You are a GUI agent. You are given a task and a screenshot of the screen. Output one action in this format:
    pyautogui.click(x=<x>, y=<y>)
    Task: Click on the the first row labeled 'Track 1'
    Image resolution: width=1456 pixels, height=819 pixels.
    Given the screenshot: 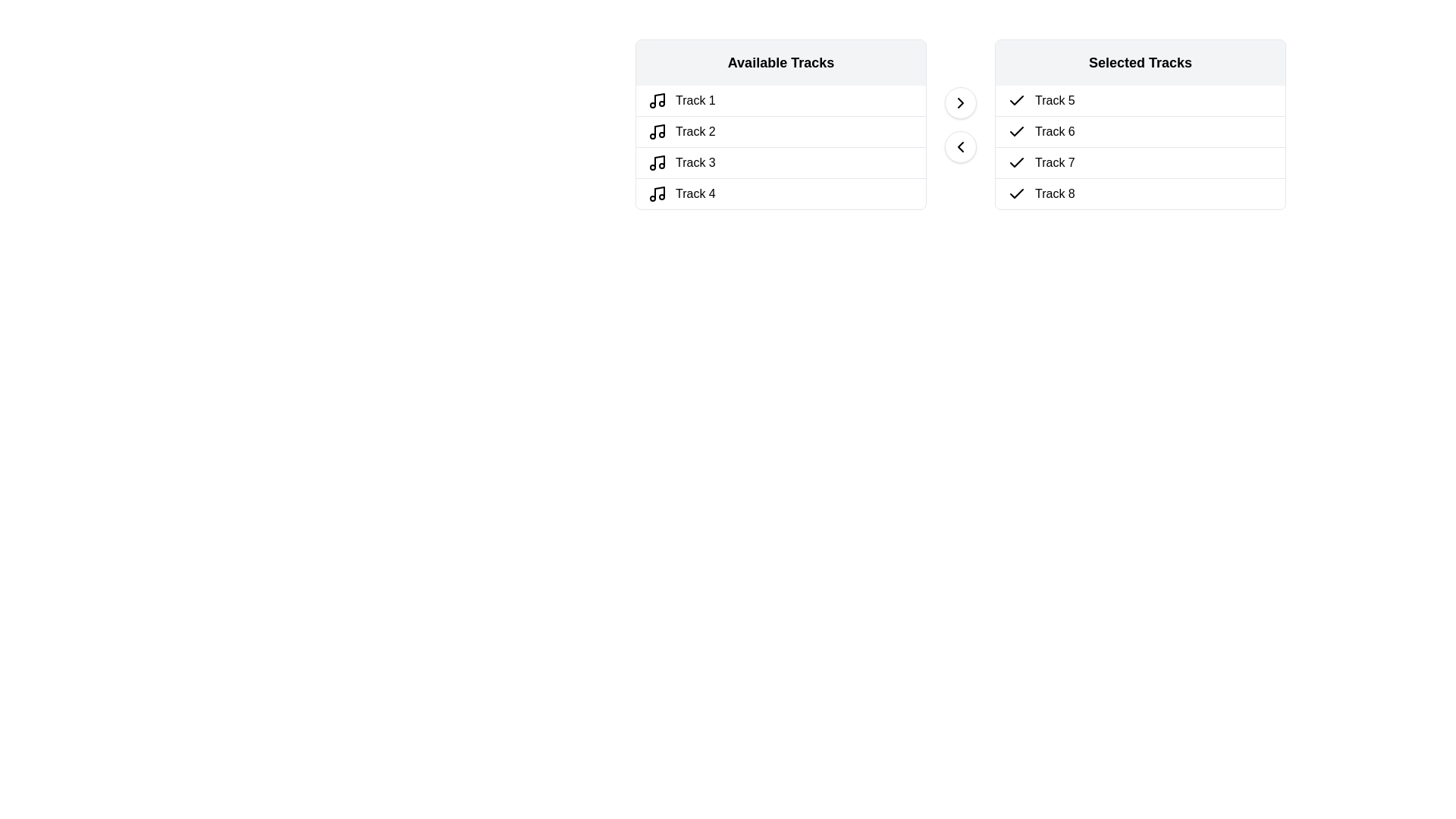 What is the action you would take?
    pyautogui.click(x=781, y=100)
    